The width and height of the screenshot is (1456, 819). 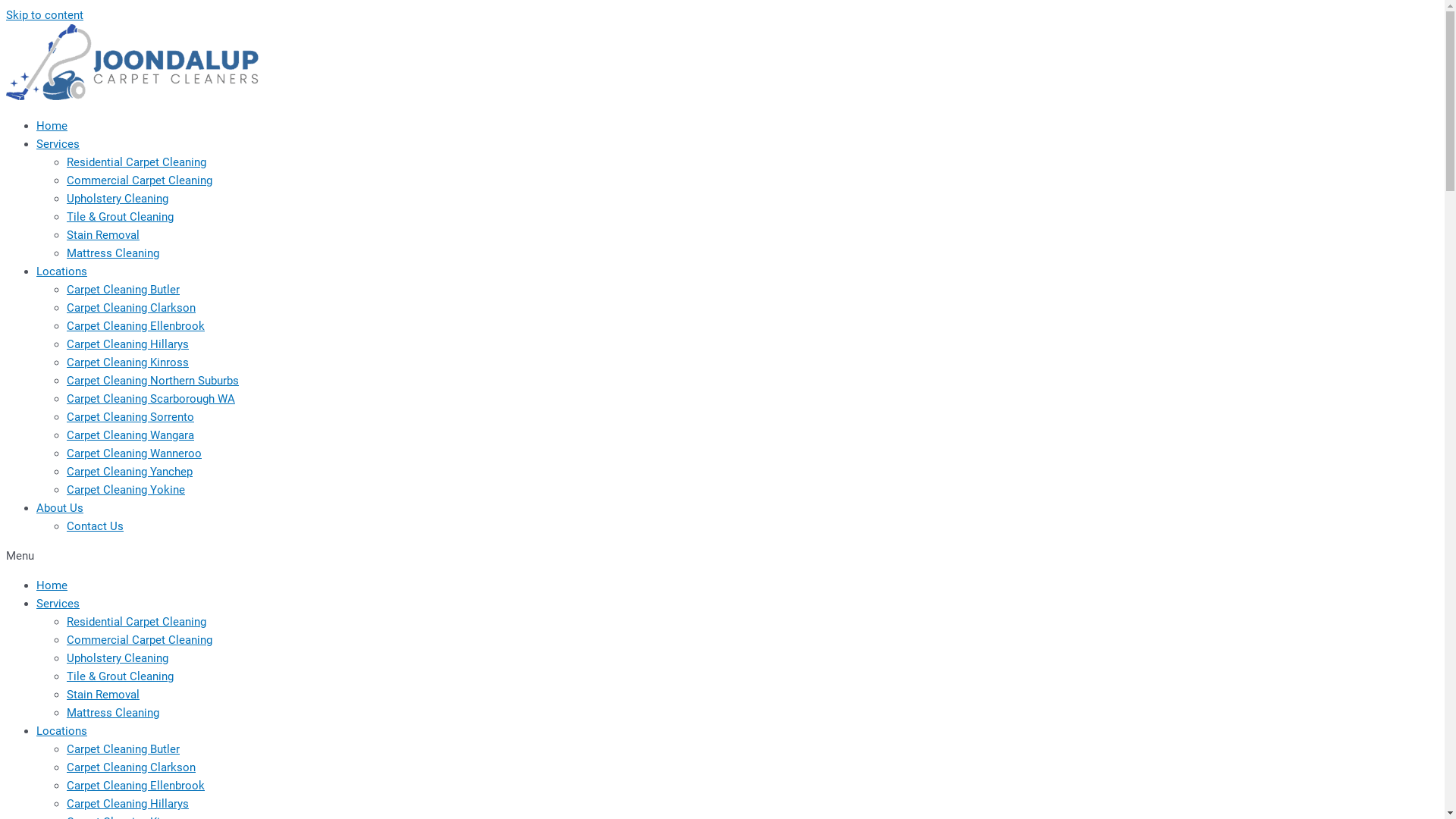 What do you see at coordinates (136, 622) in the screenshot?
I see `'Residential Carpet Cleaning'` at bounding box center [136, 622].